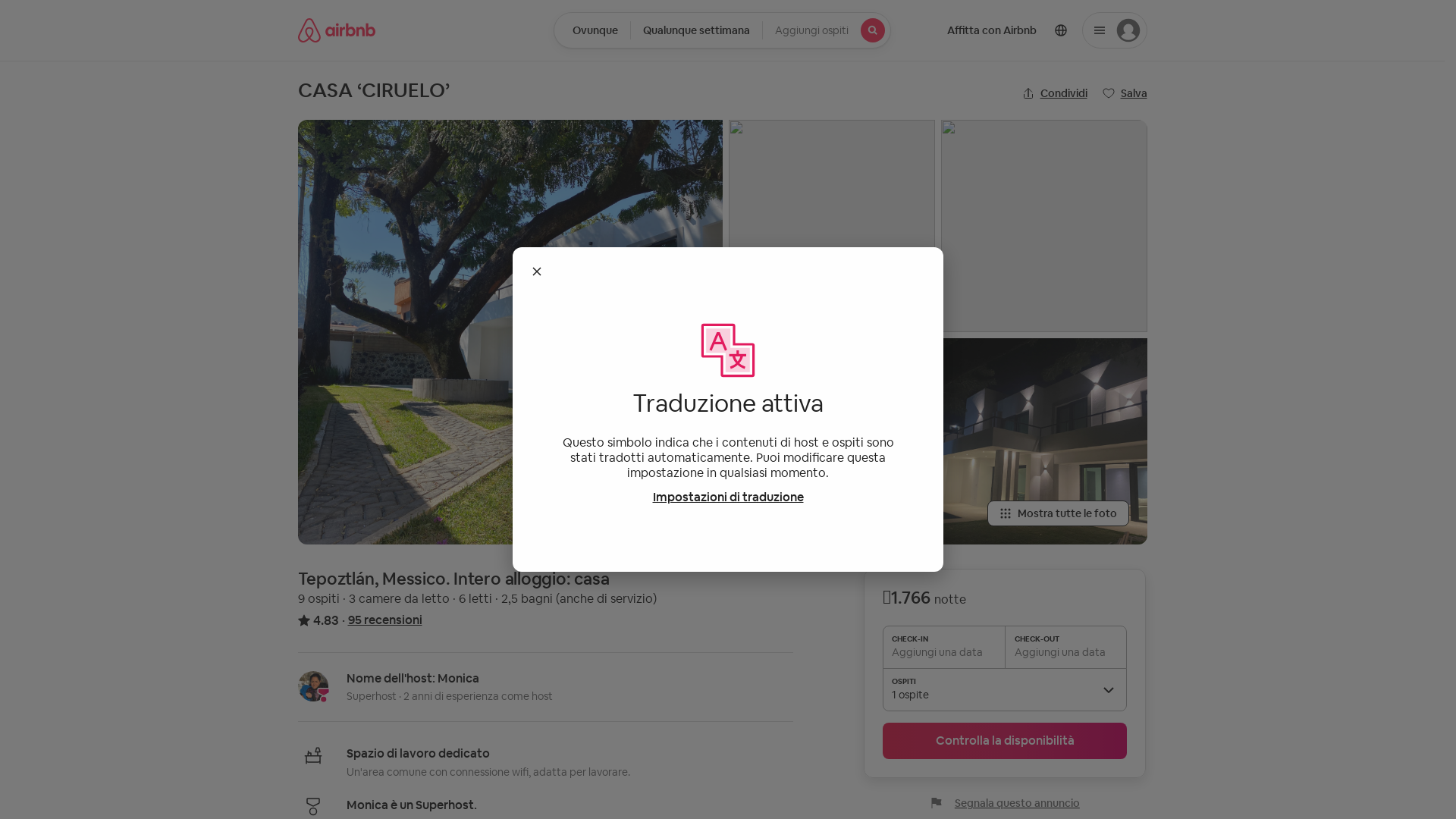  I want to click on 'Dove, so click(591, 30).